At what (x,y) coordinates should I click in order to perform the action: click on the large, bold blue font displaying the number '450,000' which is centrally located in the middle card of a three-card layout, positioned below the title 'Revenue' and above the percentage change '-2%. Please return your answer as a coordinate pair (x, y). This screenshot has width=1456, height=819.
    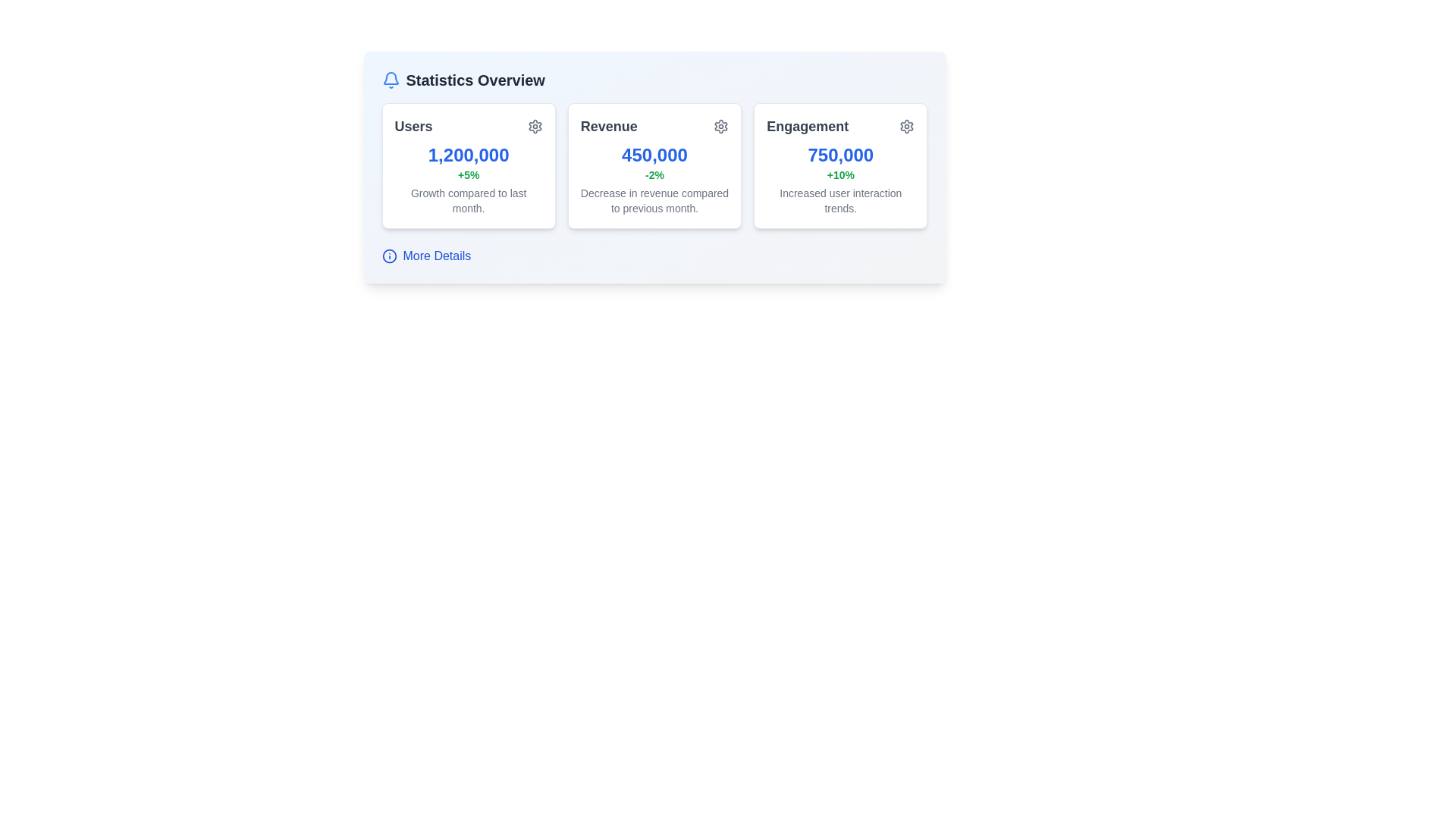
    Looking at the image, I should click on (654, 155).